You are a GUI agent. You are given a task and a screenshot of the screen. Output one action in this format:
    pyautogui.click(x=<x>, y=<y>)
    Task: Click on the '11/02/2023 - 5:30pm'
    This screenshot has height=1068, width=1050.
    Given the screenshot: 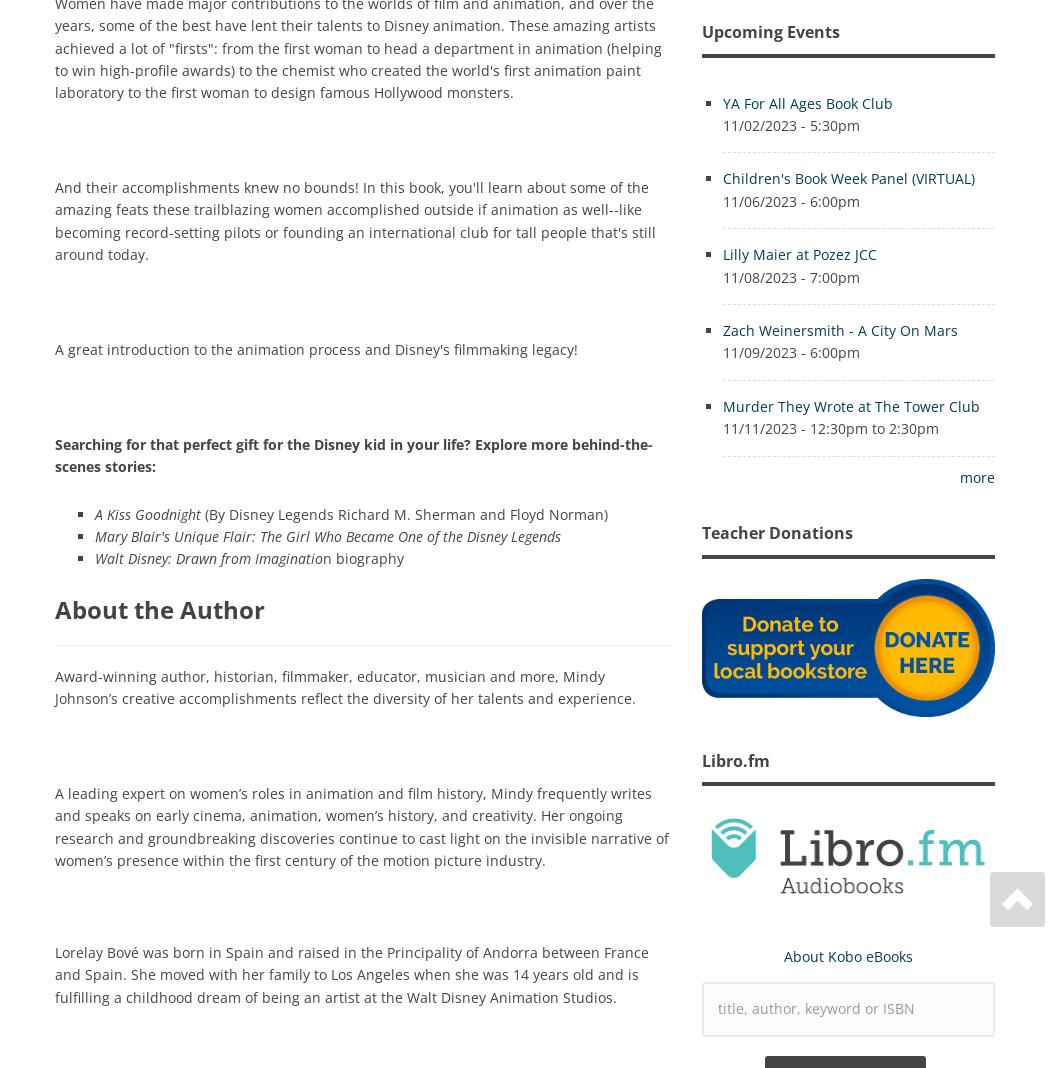 What is the action you would take?
    pyautogui.click(x=789, y=124)
    